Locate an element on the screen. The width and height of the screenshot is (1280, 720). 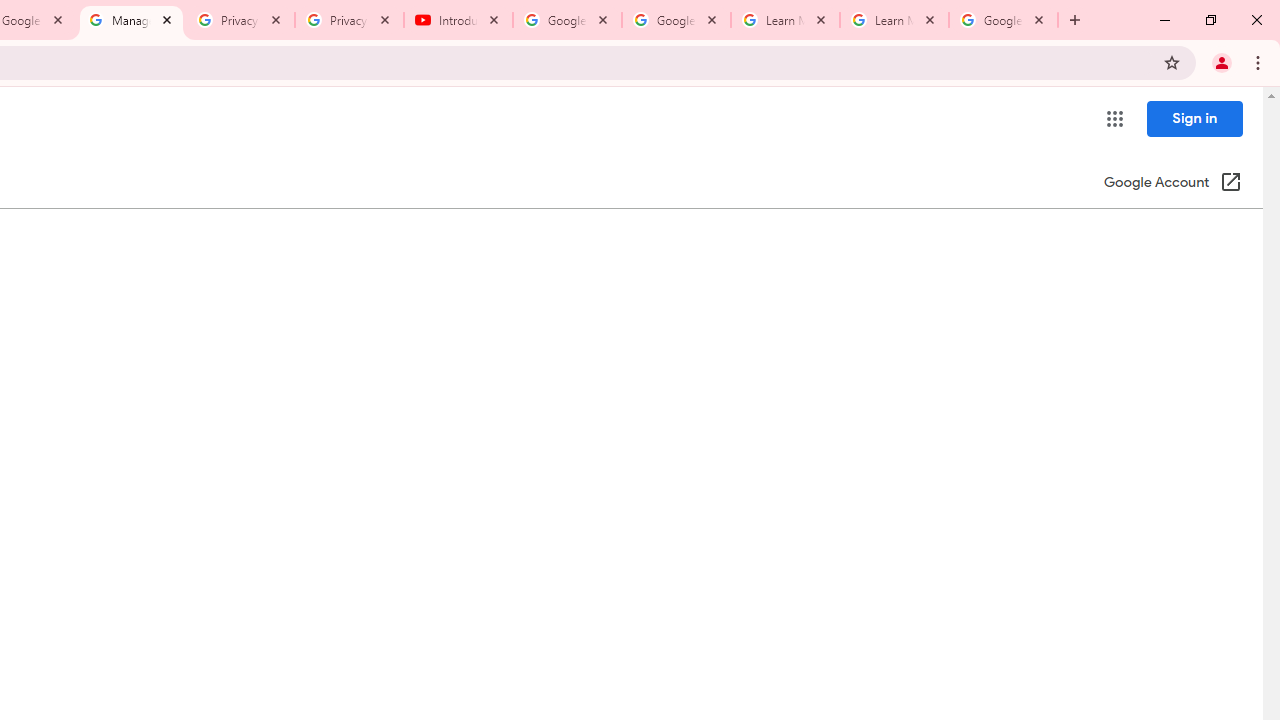
'Google Account (Open in a new window)' is located at coordinates (1173, 183).